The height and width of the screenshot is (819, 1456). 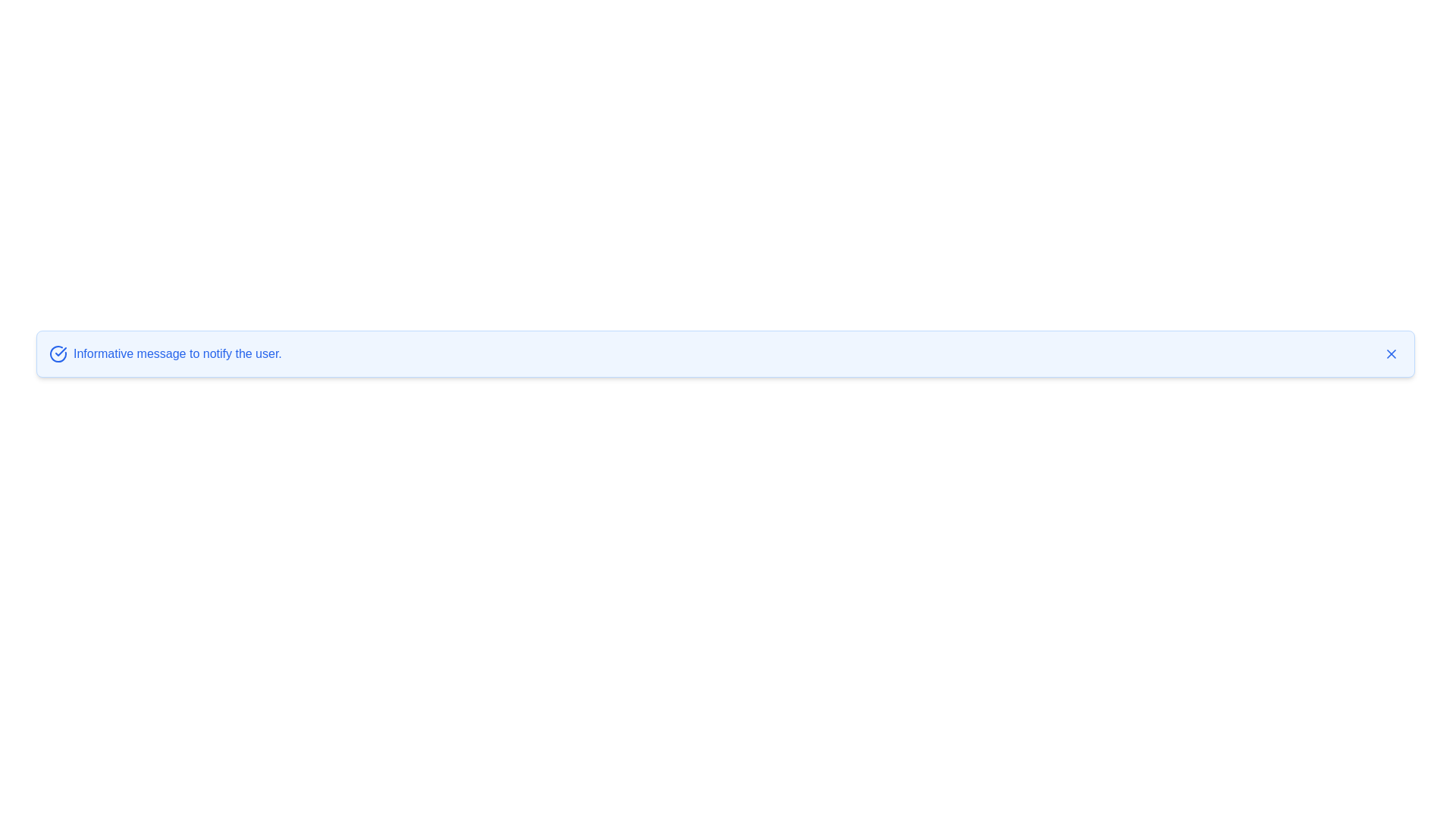 I want to click on the success indicator icon located on the left side of the horizontal notification banner that contains a blue text message 'Informative message to notify the user.', so click(x=58, y=353).